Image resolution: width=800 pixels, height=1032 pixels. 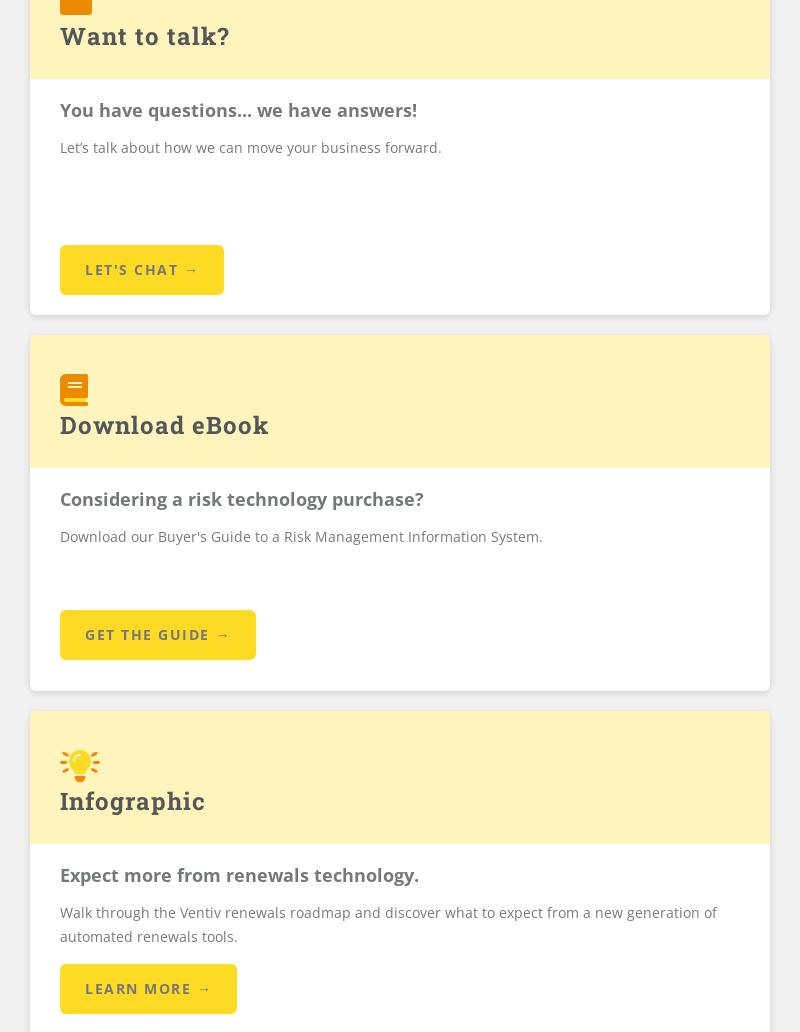 What do you see at coordinates (59, 145) in the screenshot?
I see `'Let’s talk about how we can move your business forward.'` at bounding box center [59, 145].